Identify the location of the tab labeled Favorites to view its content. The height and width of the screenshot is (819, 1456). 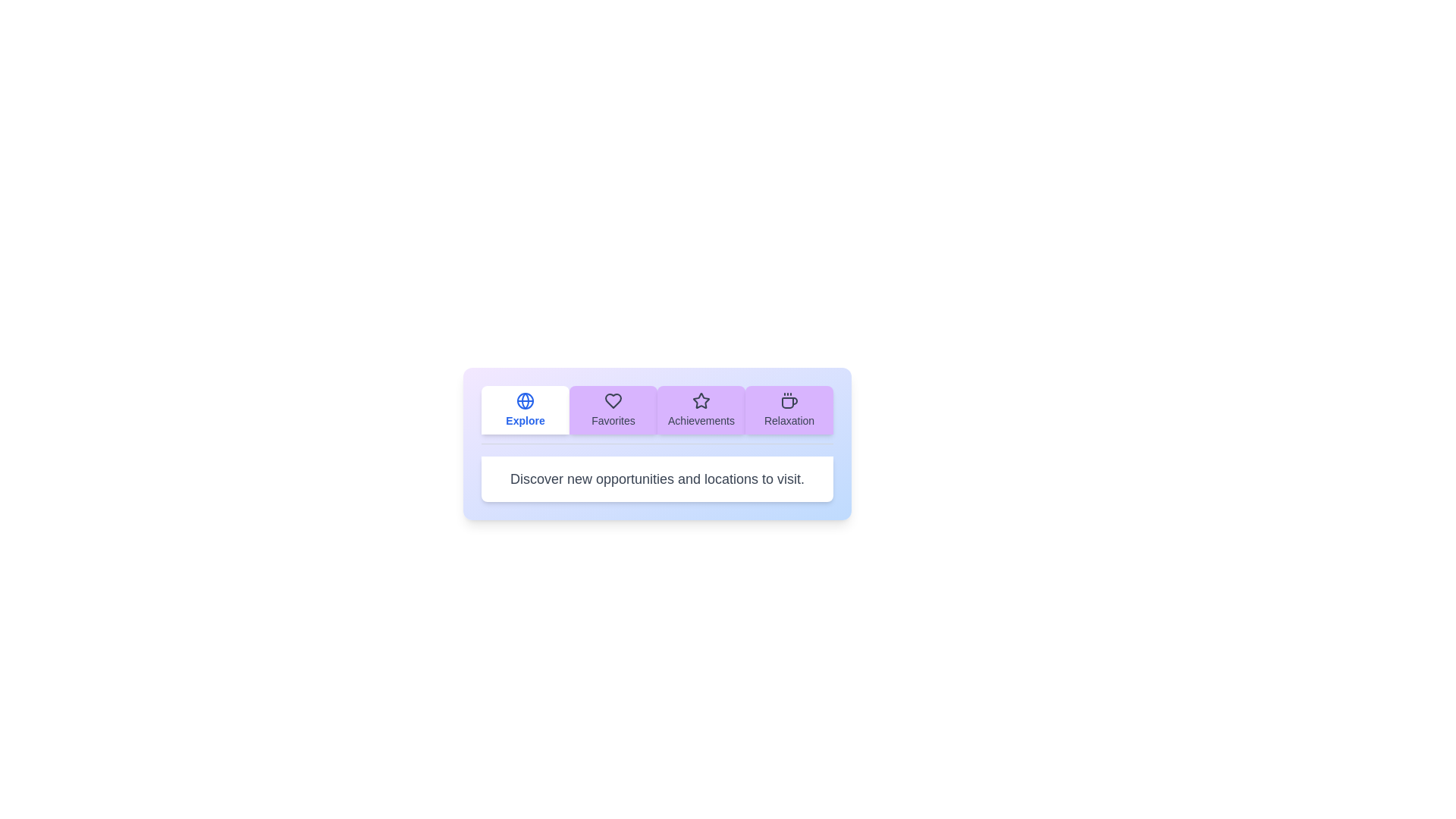
(613, 409).